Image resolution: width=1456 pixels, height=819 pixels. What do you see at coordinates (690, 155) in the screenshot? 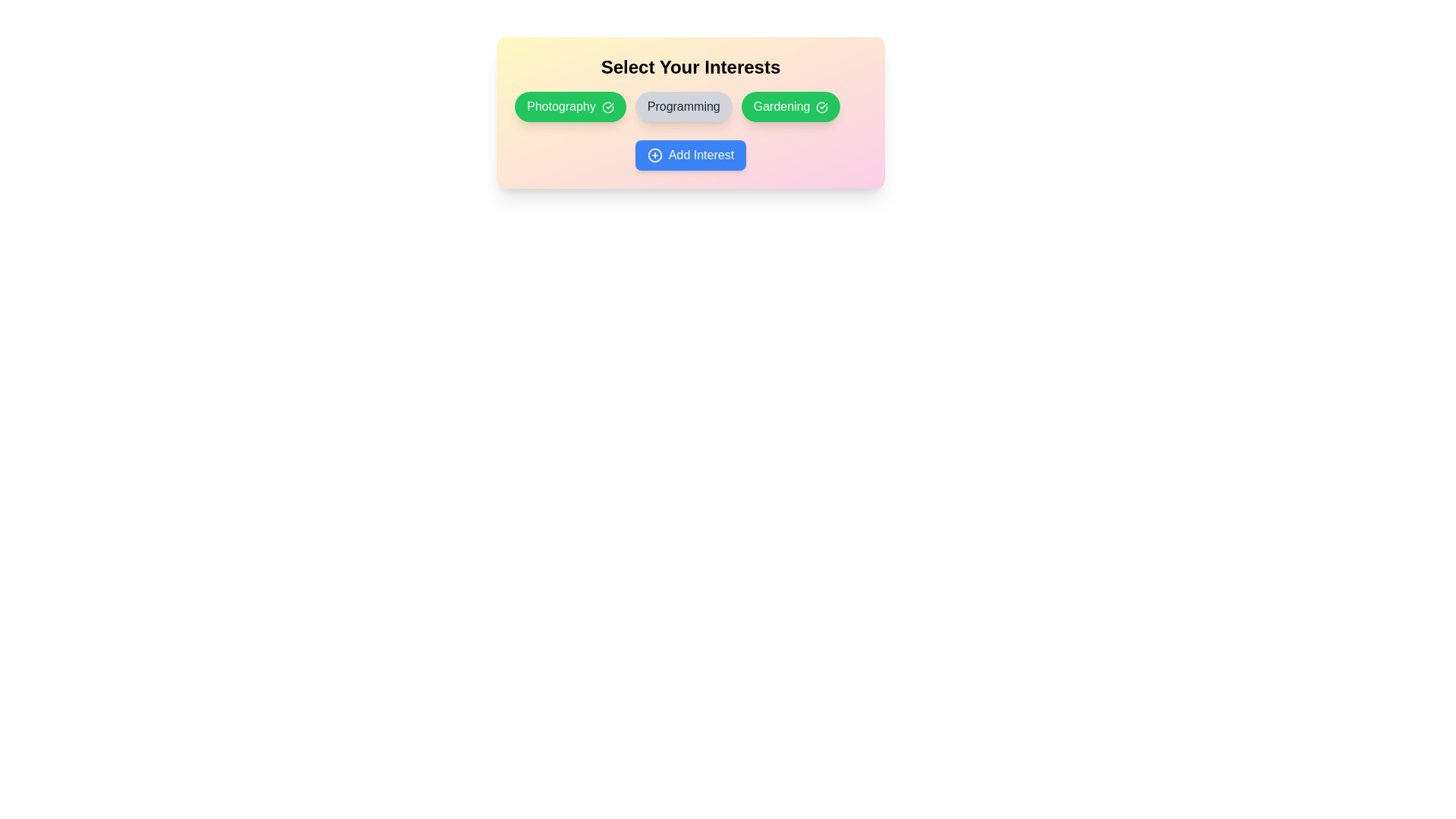
I see `the 'Add Interest' button to add a new interest` at bounding box center [690, 155].